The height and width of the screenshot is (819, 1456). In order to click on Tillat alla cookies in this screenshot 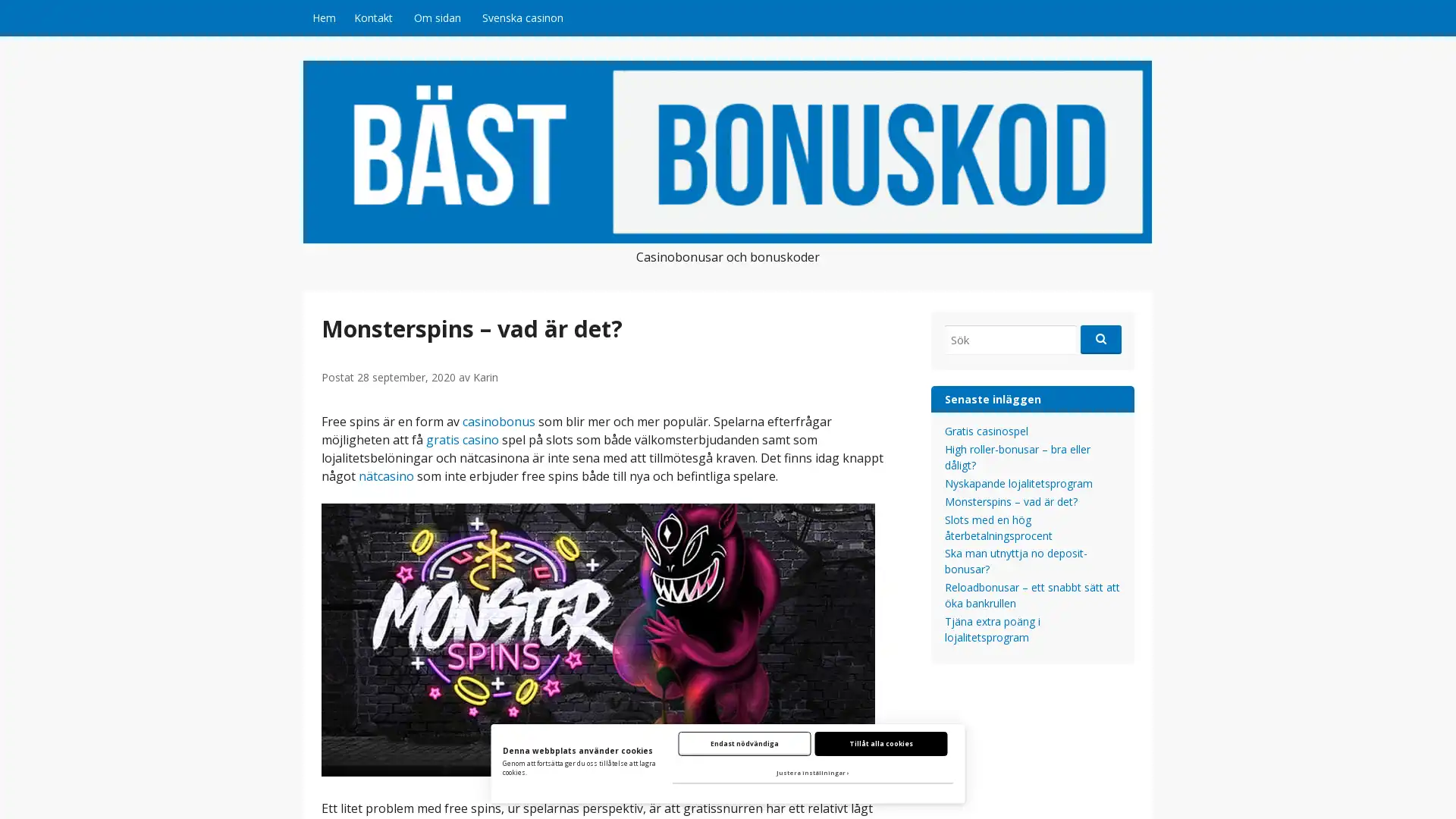, I will do `click(880, 742)`.